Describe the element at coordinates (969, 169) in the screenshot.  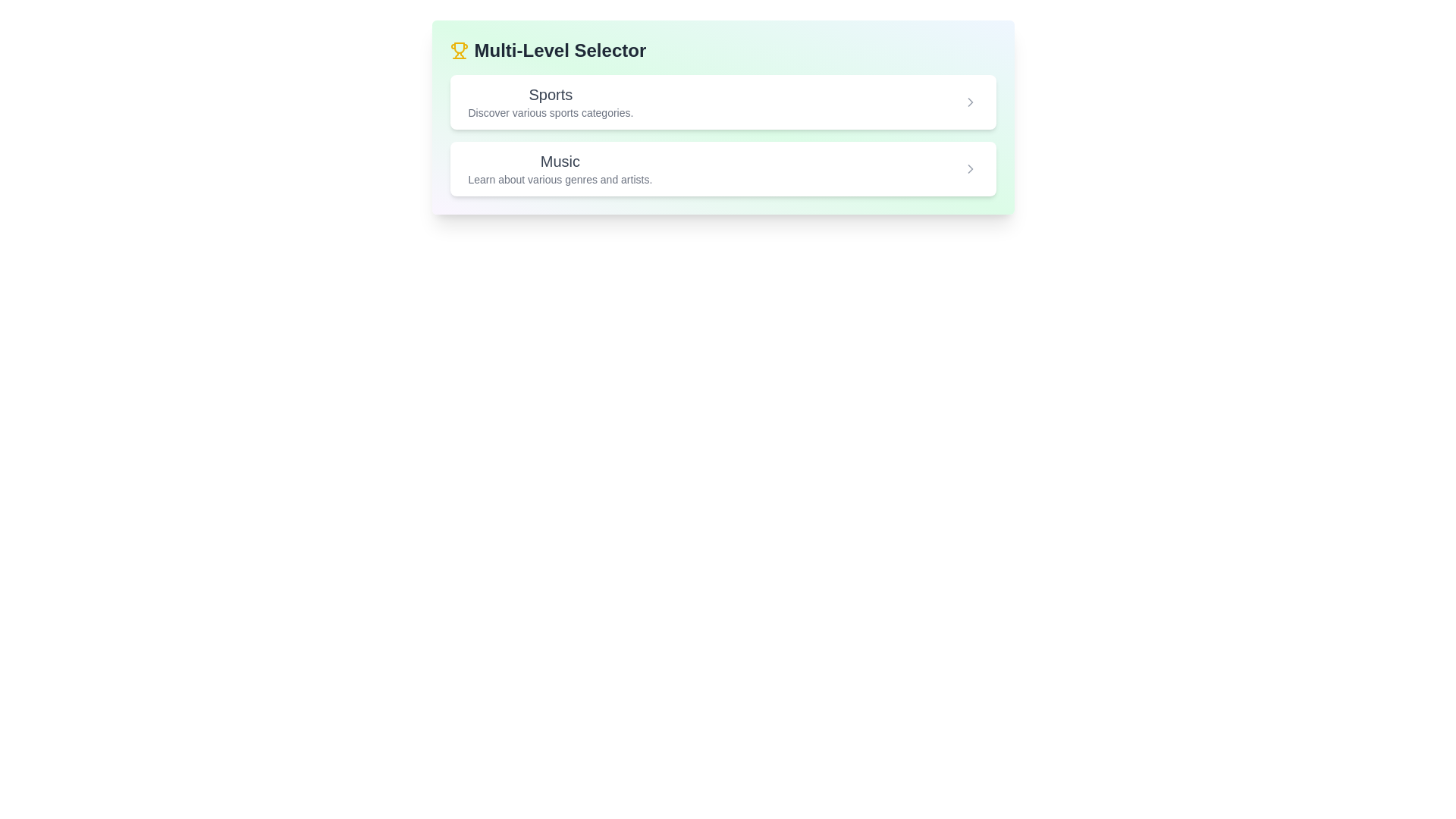
I see `the chevron-right icon located at the far-right edge of the 'Music' list item, which is the second item under the 'Multi-Level Selector' title` at that location.